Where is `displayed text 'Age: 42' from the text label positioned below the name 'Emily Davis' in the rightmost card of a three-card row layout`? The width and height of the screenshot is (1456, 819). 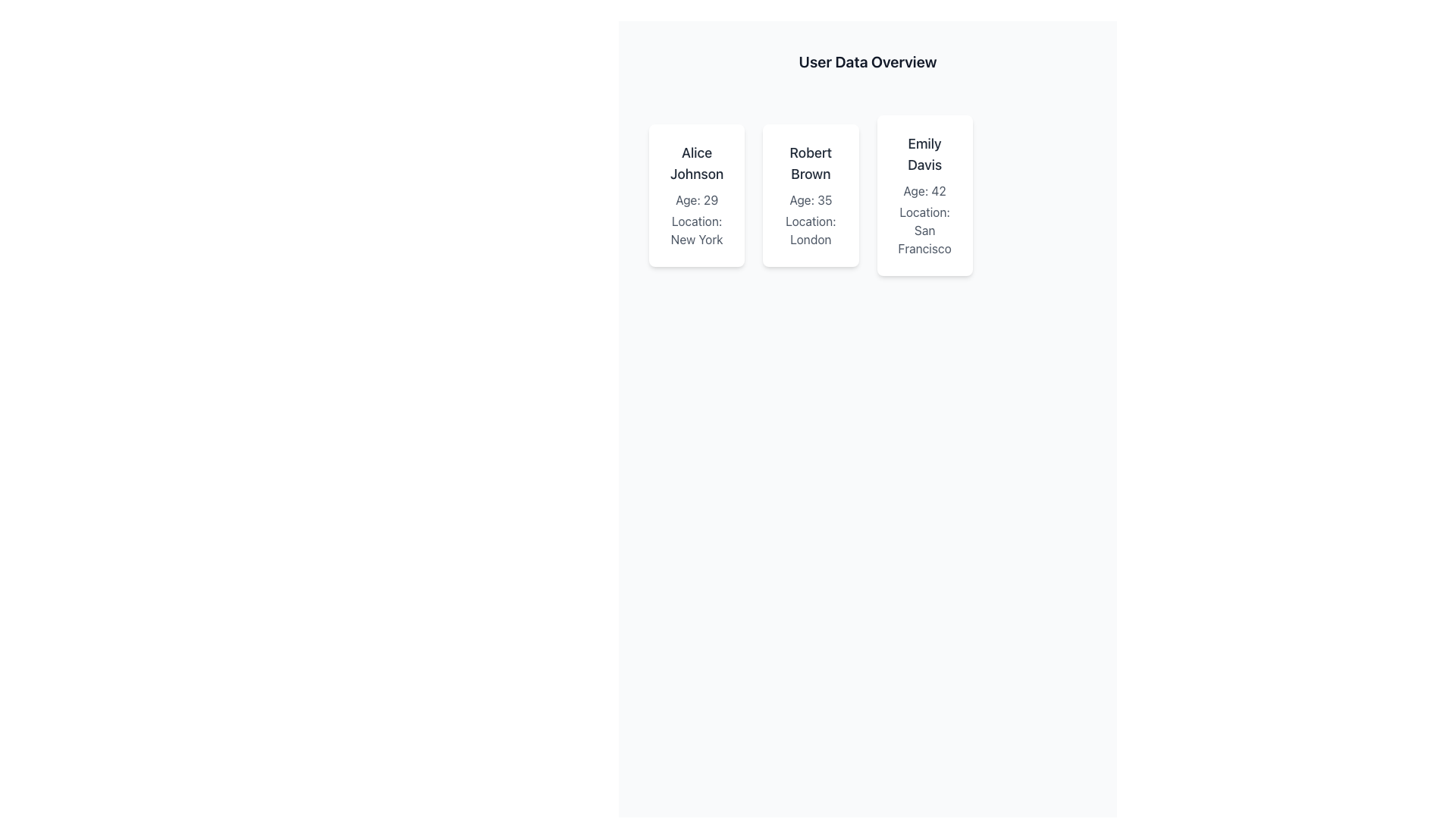 displayed text 'Age: 42' from the text label positioned below the name 'Emily Davis' in the rightmost card of a three-card row layout is located at coordinates (924, 190).